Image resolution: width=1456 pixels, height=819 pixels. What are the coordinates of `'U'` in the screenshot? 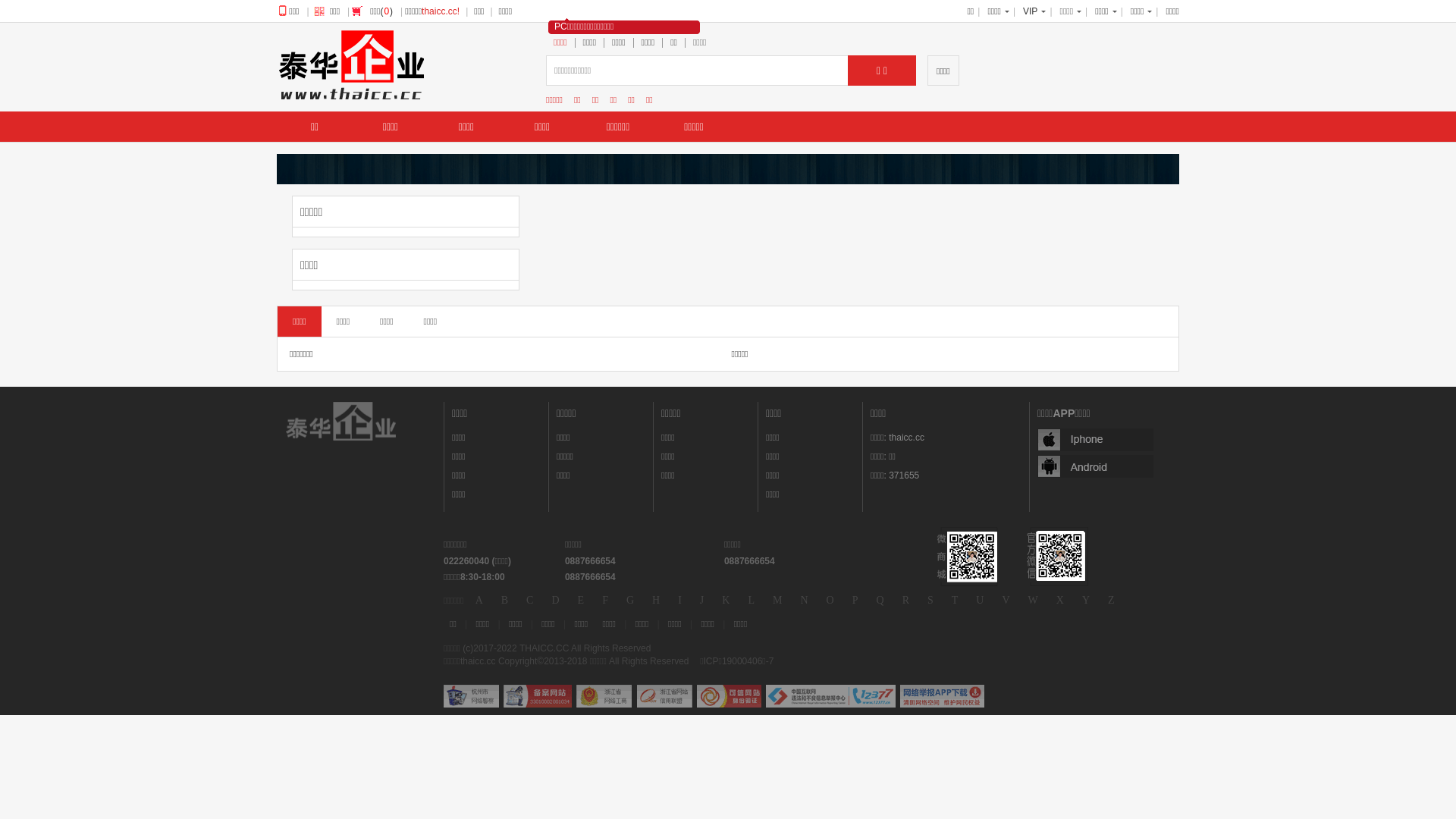 It's located at (979, 599).